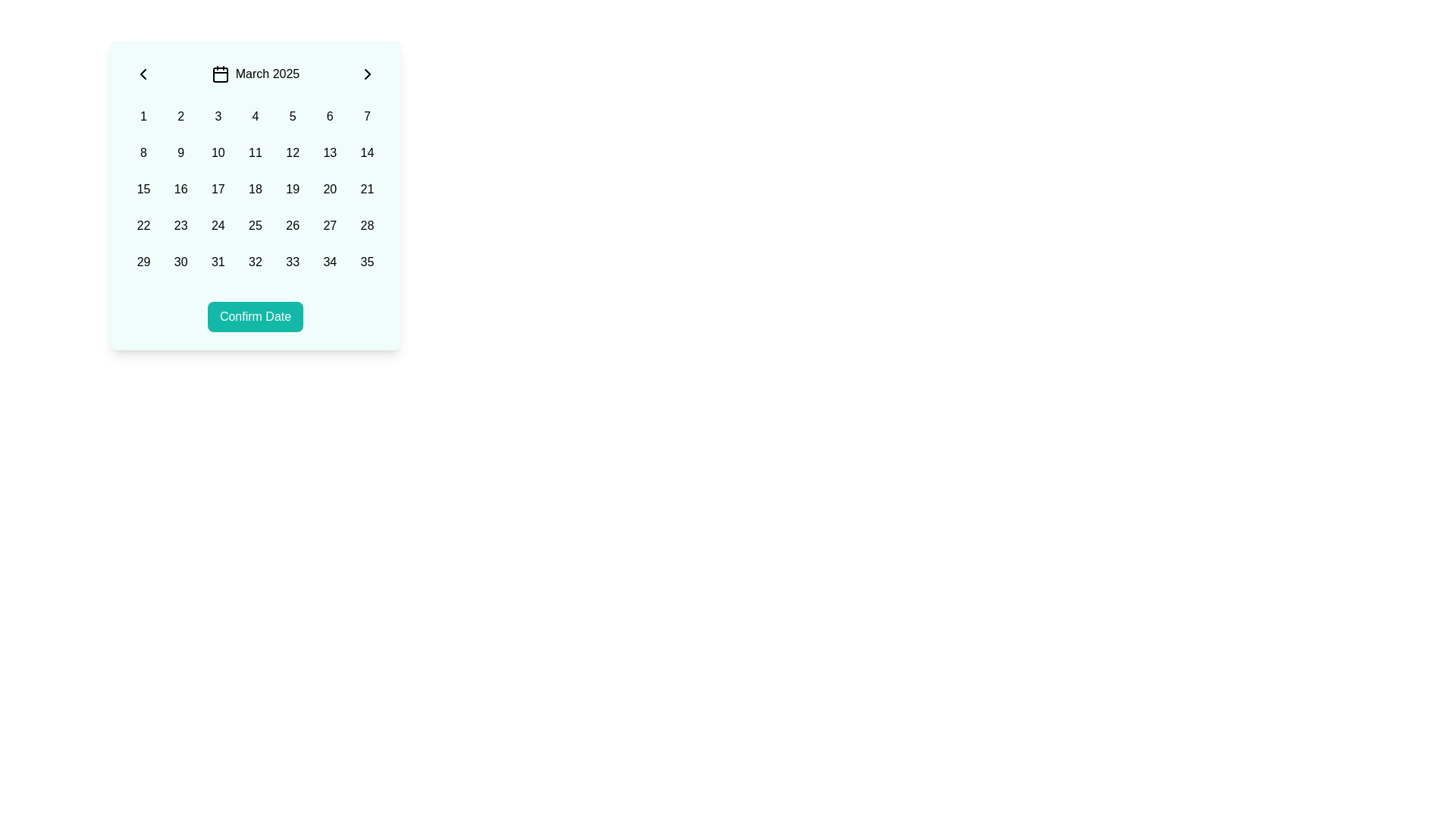  What do you see at coordinates (367, 116) in the screenshot?
I see `the button displaying the number '7', located at the top-right corner of the first row in the grid layout` at bounding box center [367, 116].